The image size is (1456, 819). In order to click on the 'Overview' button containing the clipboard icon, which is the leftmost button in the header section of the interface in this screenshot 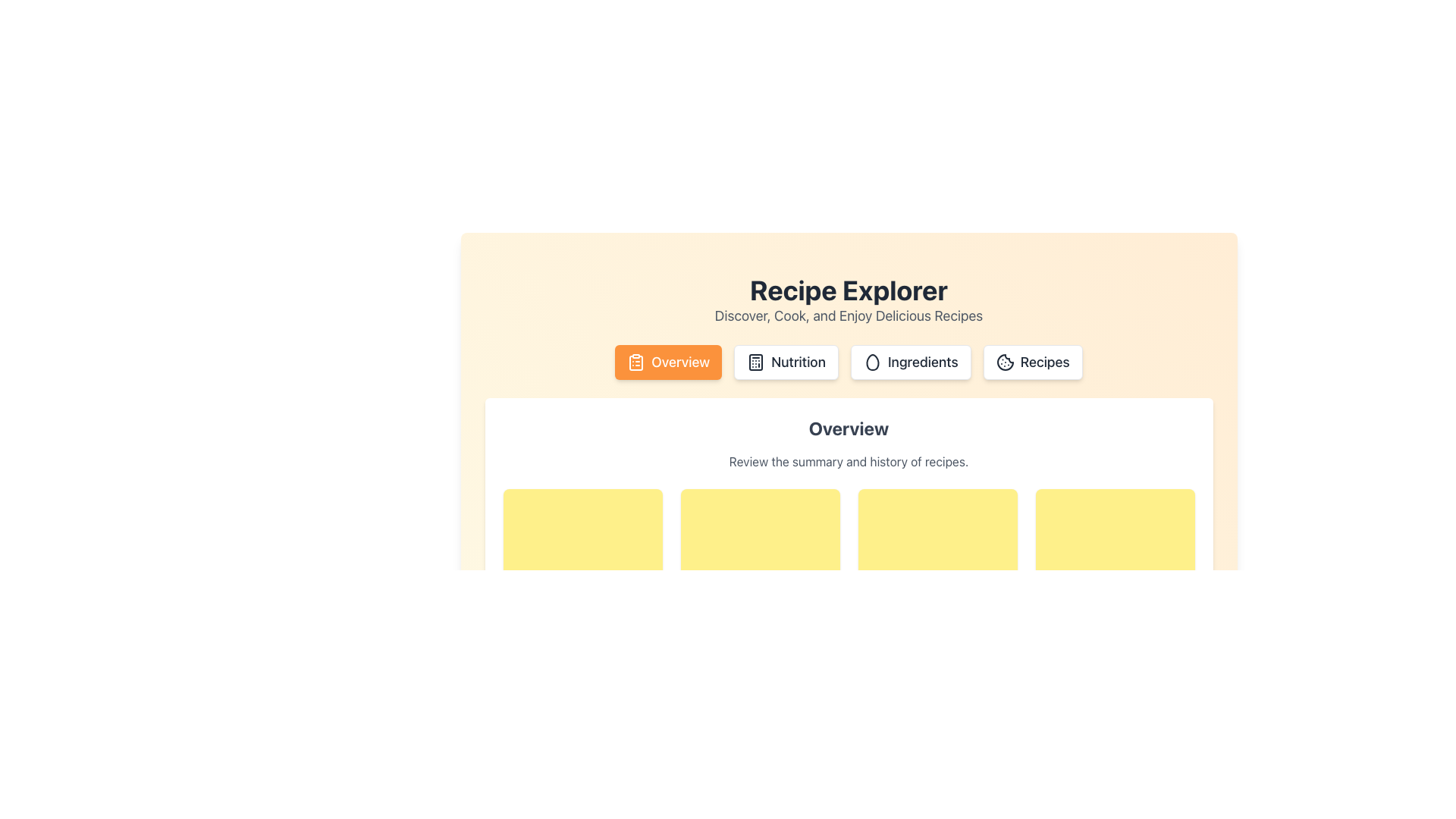, I will do `click(636, 362)`.